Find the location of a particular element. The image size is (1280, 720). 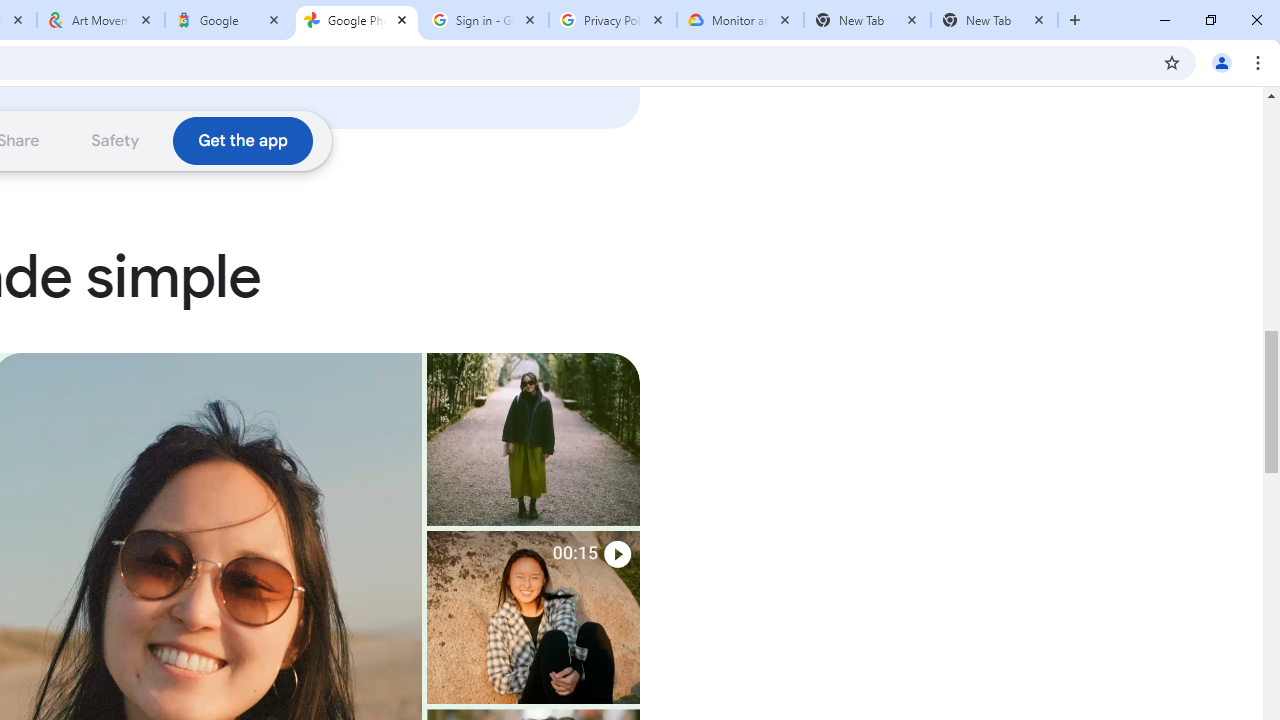

'Download the Google Photos app' is located at coordinates (242, 139).